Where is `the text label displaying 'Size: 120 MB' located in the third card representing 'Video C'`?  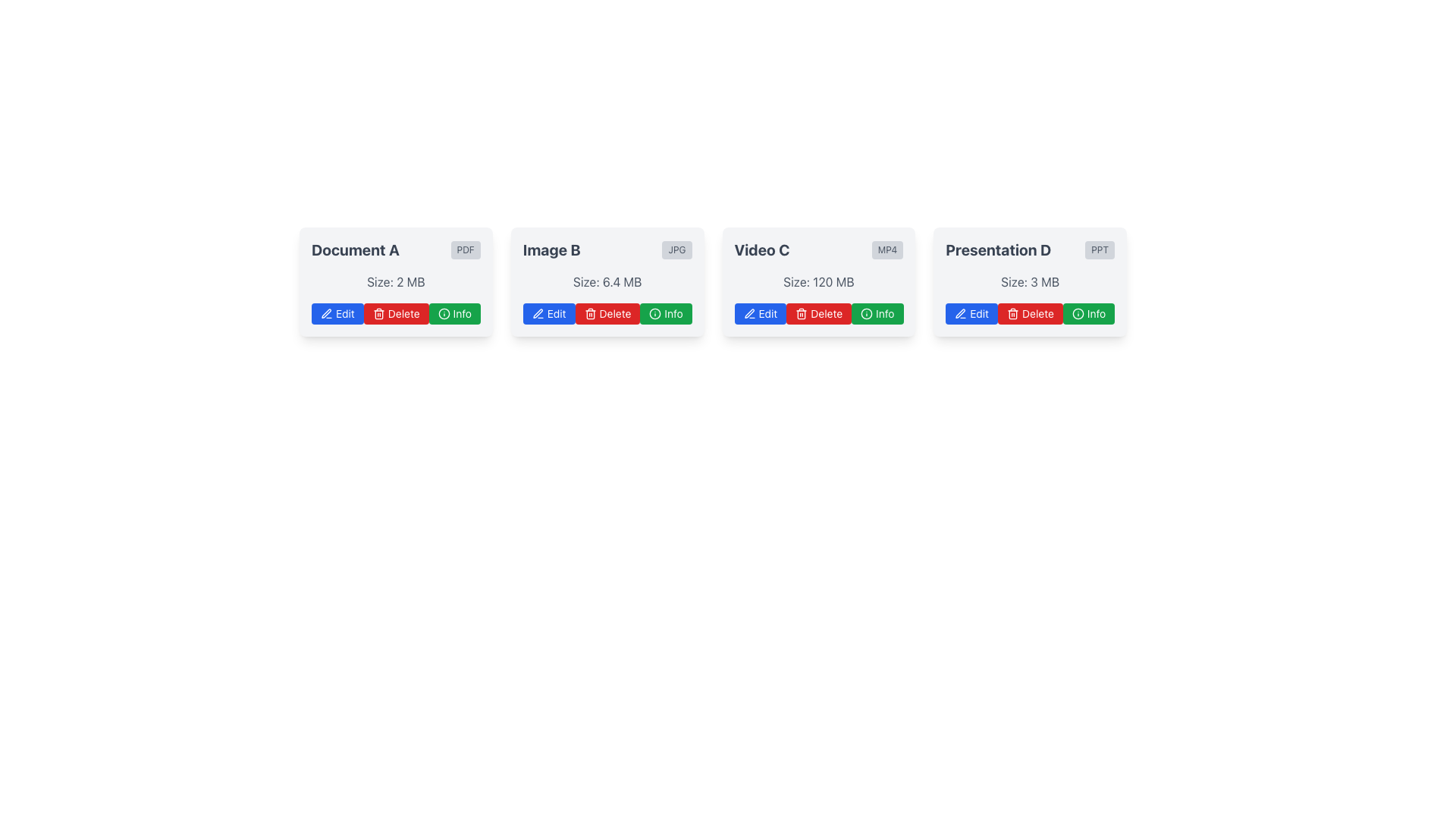 the text label displaying 'Size: 120 MB' located in the third card representing 'Video C' is located at coordinates (817, 281).